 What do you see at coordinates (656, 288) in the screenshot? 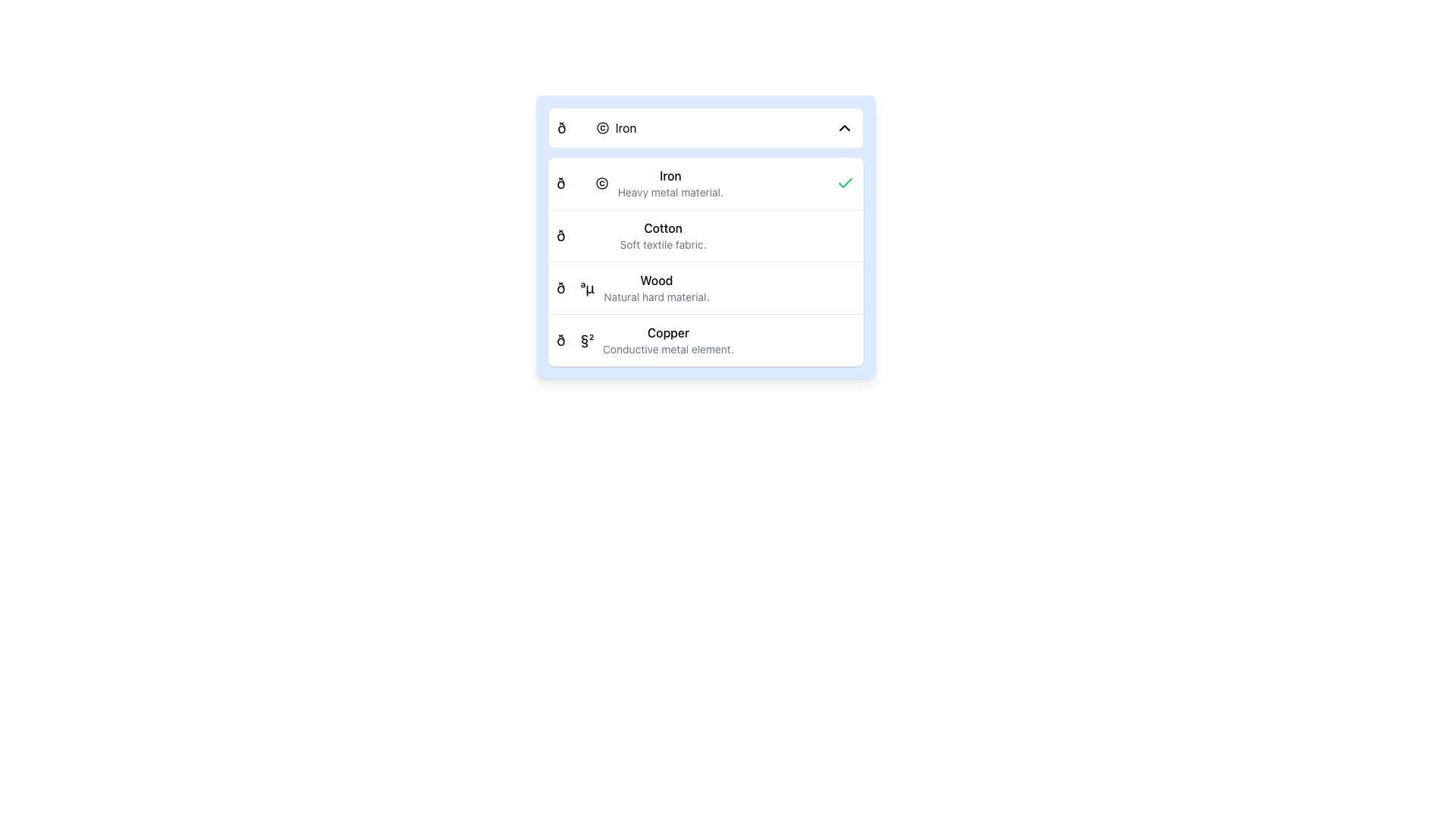
I see `the list item titled 'Wood' which is the third option in the dropdown menu` at bounding box center [656, 288].